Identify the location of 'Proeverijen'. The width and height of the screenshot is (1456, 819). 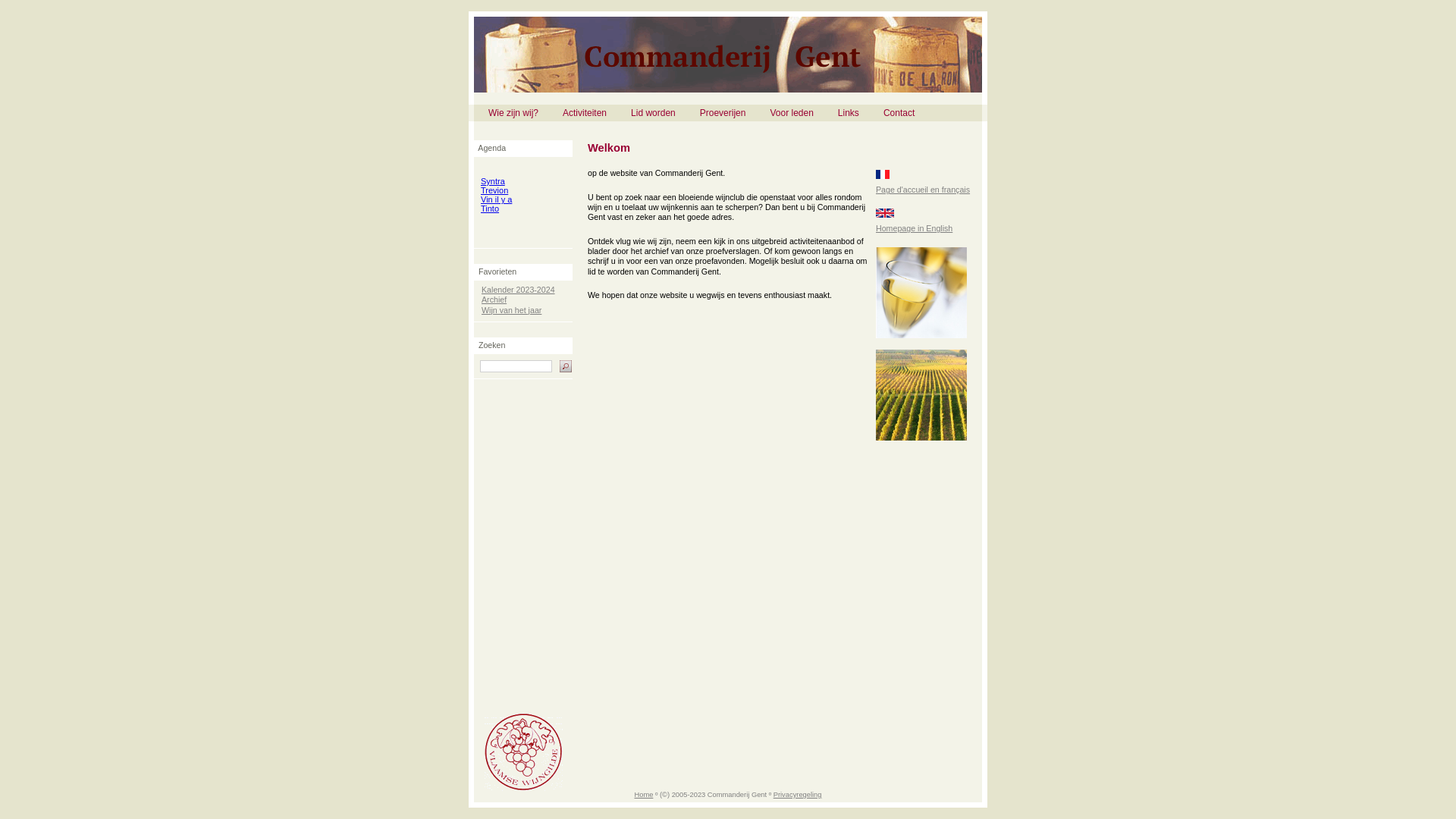
(722, 112).